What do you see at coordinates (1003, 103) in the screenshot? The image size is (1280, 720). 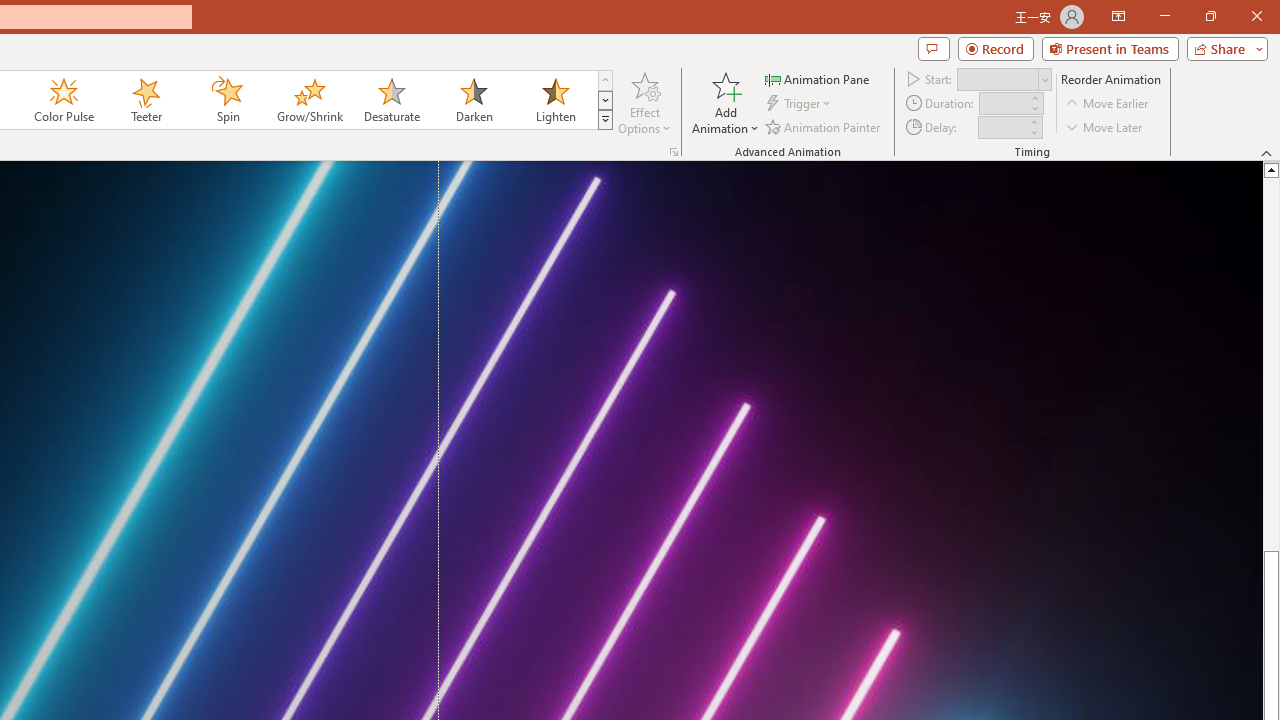 I see `'Animation Duration'` at bounding box center [1003, 103].